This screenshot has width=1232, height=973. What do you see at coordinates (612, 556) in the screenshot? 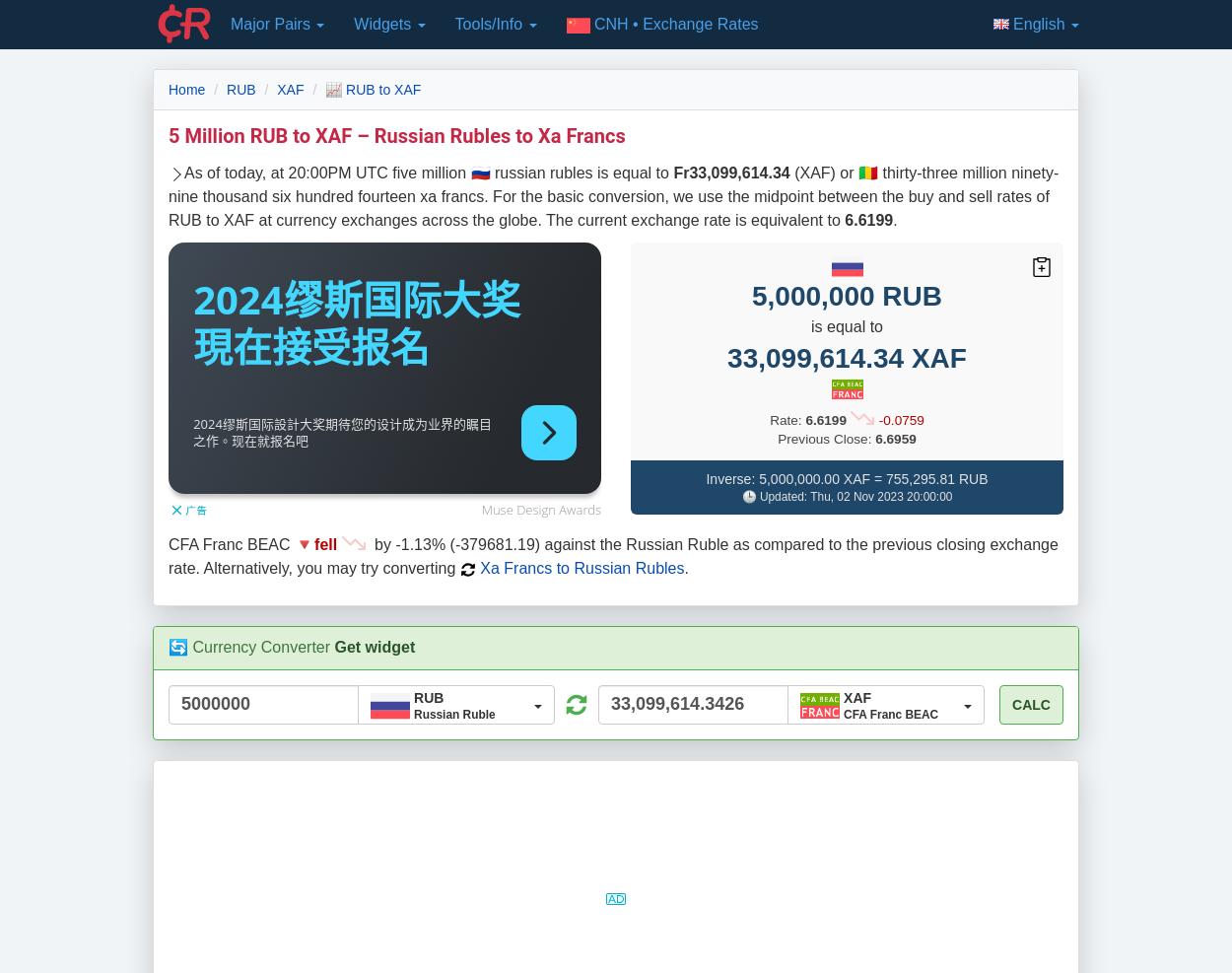
I see `'by -1.13% (-379681.19) against the Russian Ruble as compared to the previous closing exchange rate. Alternatively, you may try converting'` at bounding box center [612, 556].